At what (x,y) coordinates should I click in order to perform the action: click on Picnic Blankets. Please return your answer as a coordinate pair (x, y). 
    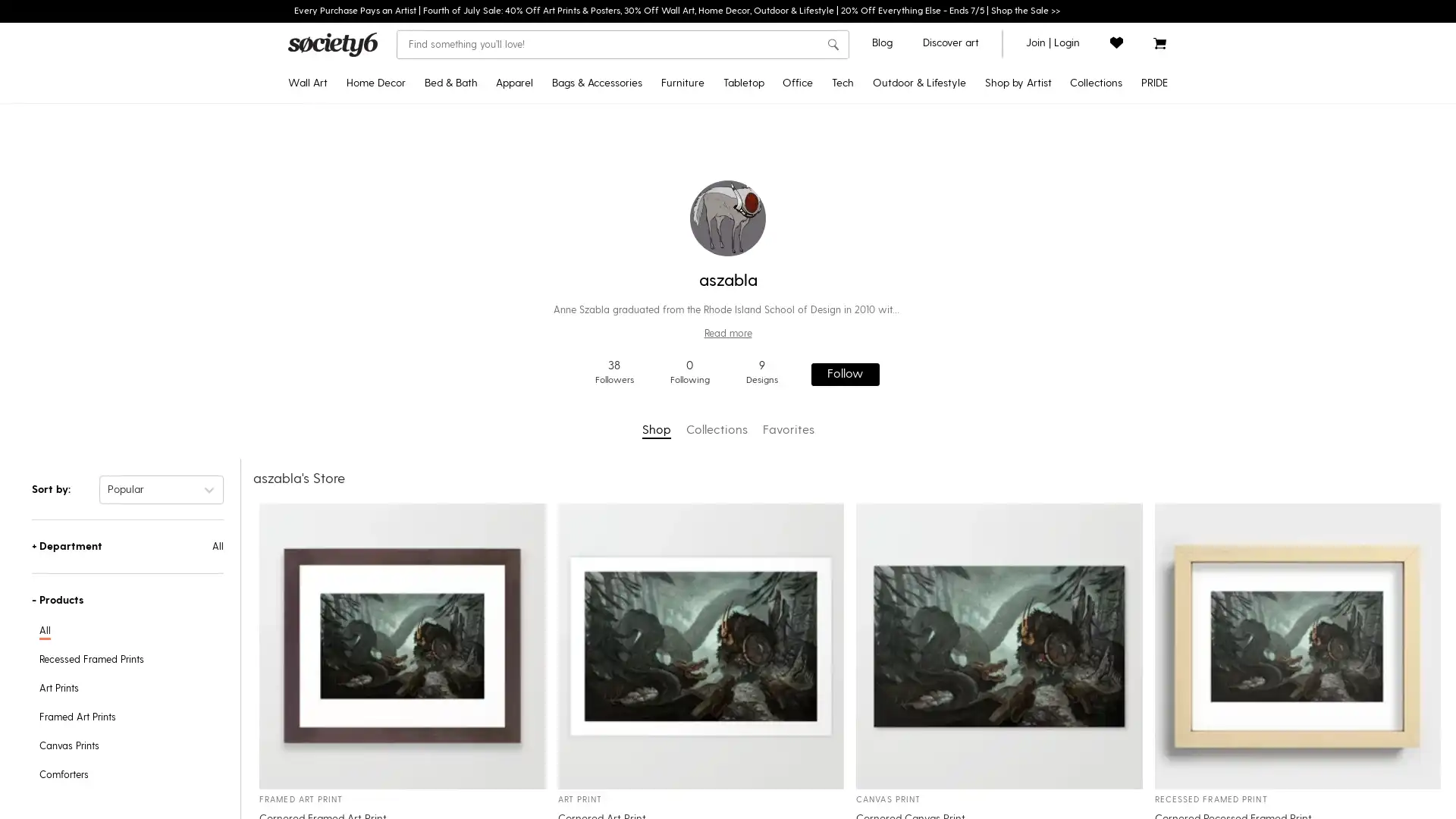
    Looking at the image, I should click on (939, 366).